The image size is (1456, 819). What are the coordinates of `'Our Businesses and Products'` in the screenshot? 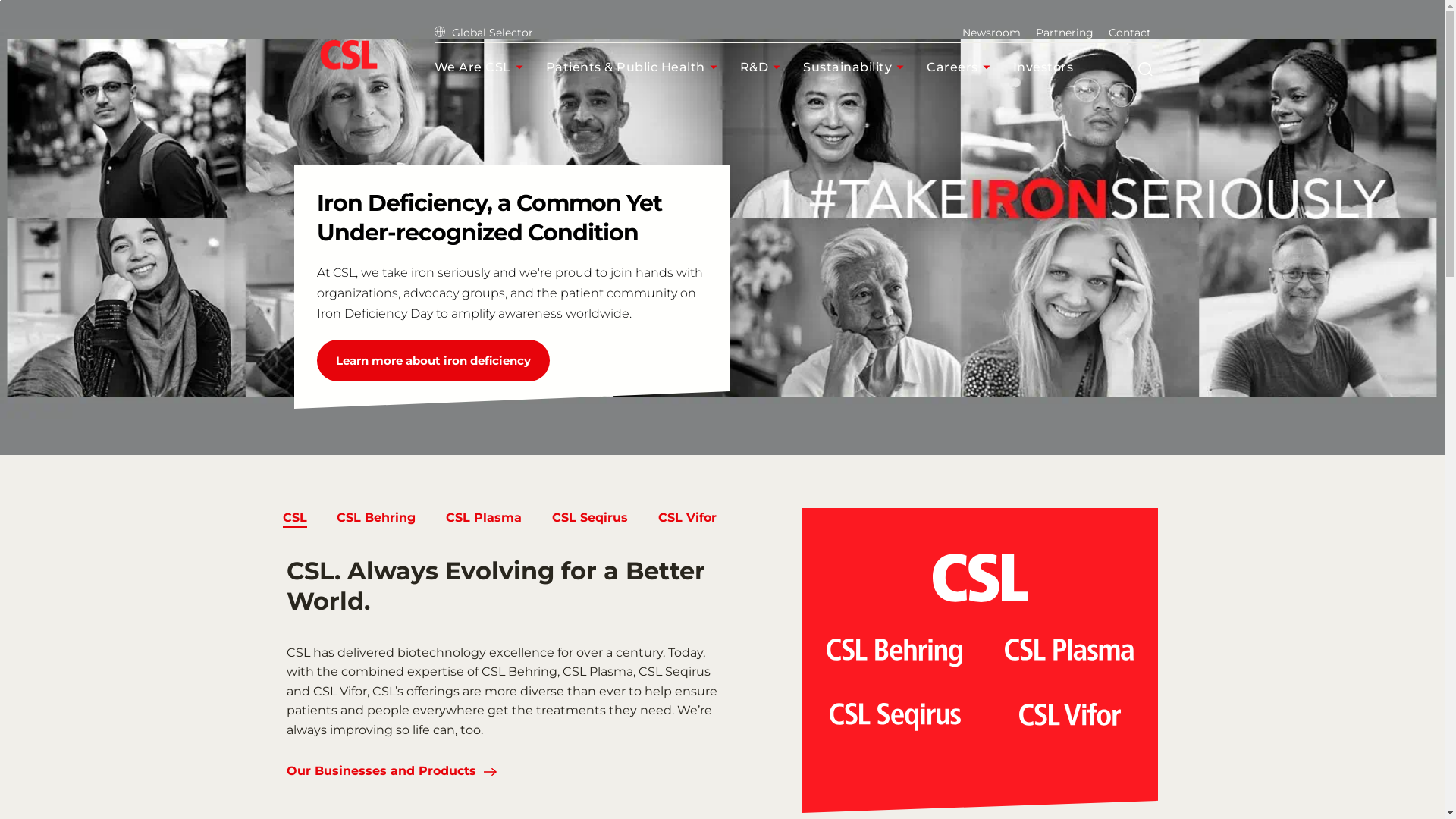 It's located at (381, 772).